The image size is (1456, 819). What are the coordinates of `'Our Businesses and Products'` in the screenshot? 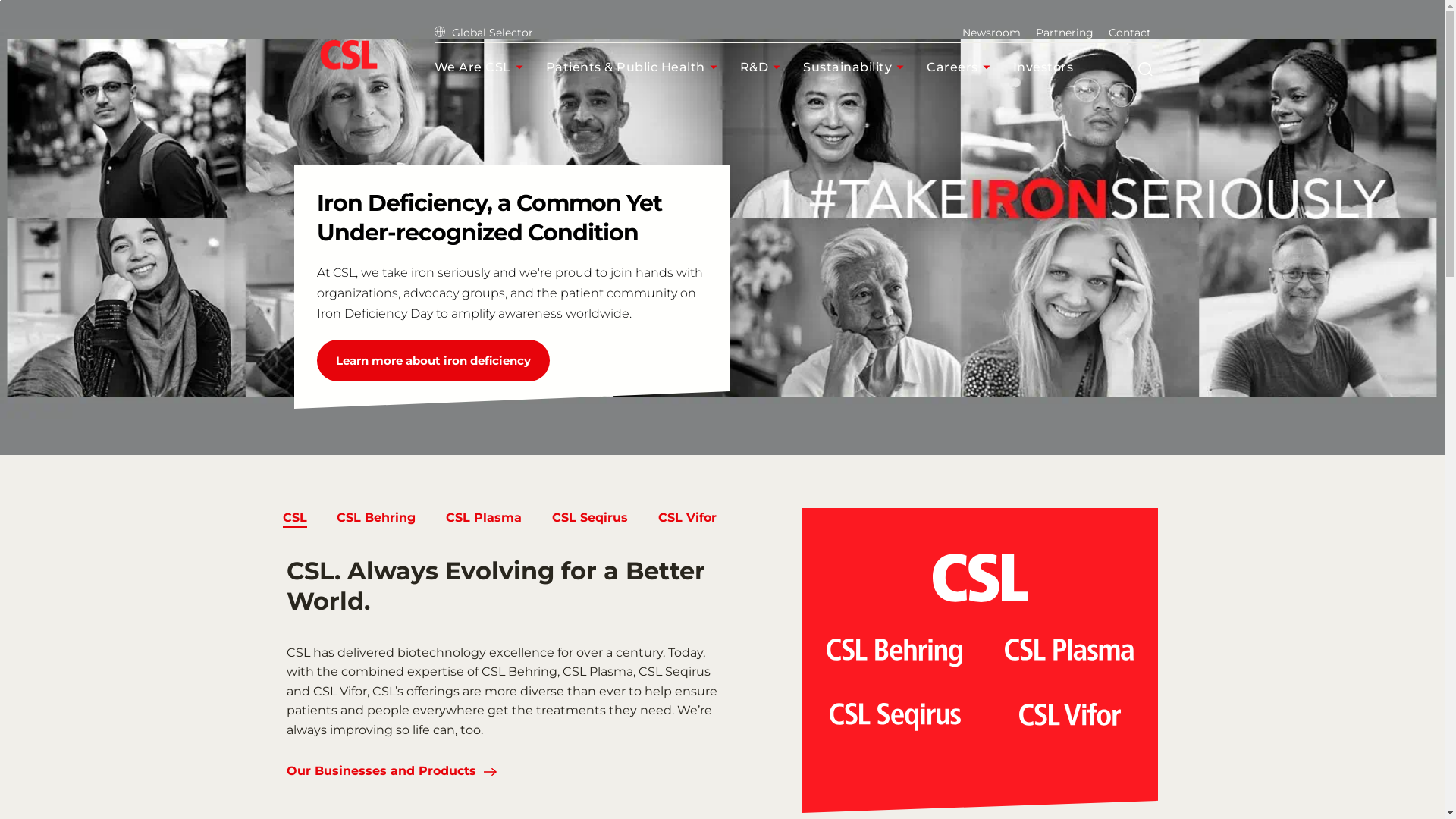 It's located at (381, 772).